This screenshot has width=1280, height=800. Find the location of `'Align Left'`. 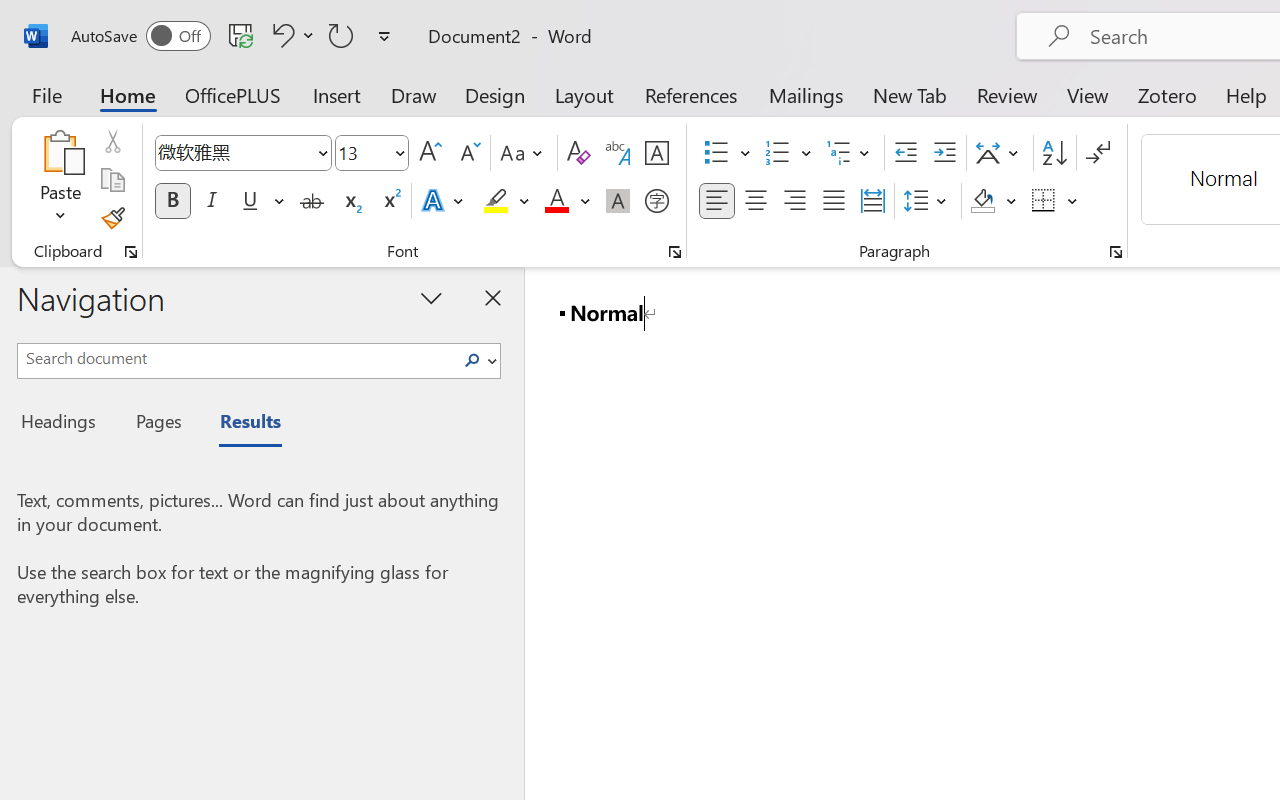

'Align Left' is located at coordinates (716, 201).